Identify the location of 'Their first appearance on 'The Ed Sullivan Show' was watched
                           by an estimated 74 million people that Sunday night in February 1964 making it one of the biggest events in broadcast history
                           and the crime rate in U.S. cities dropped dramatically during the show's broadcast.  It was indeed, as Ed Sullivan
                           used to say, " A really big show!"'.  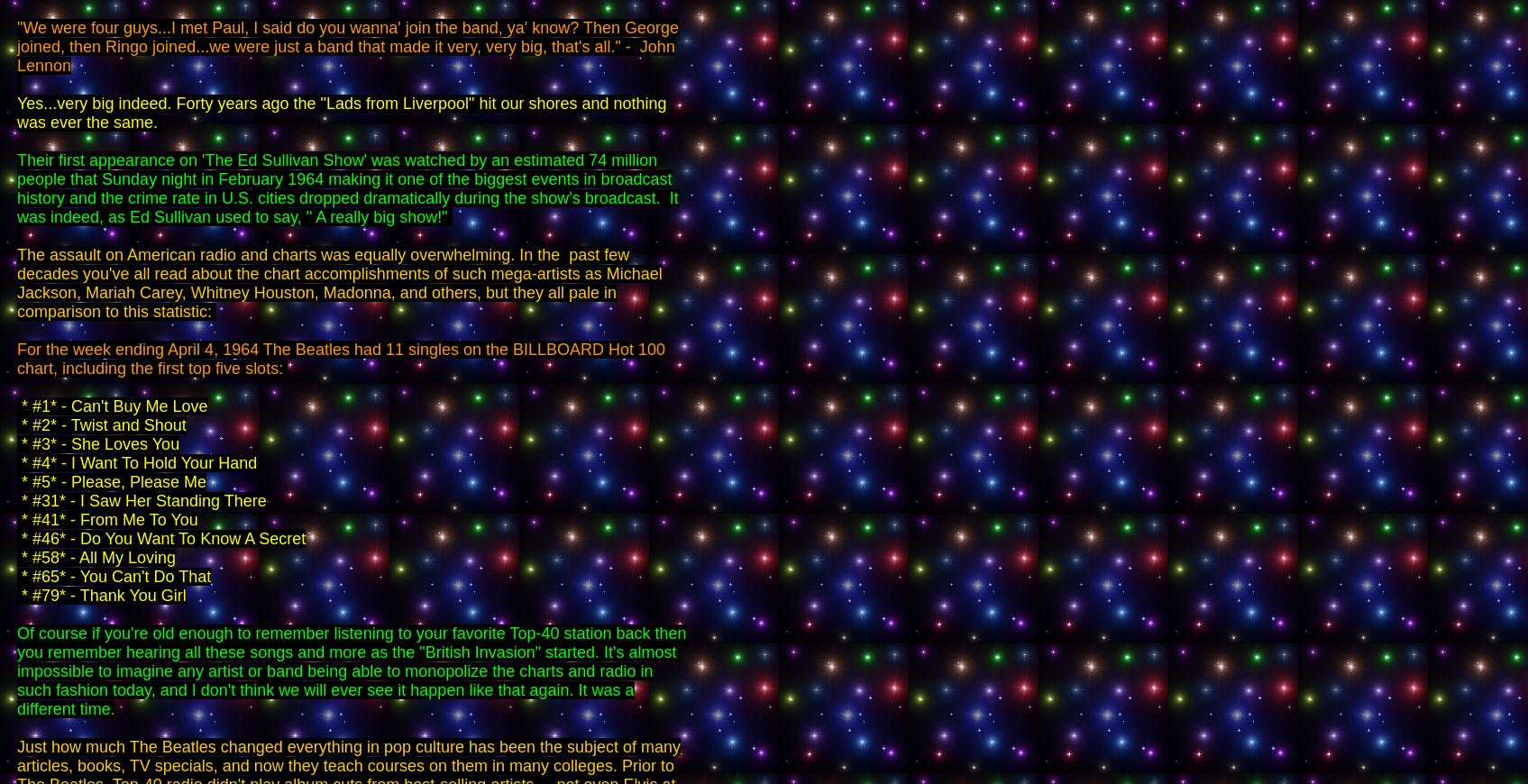
(16, 187).